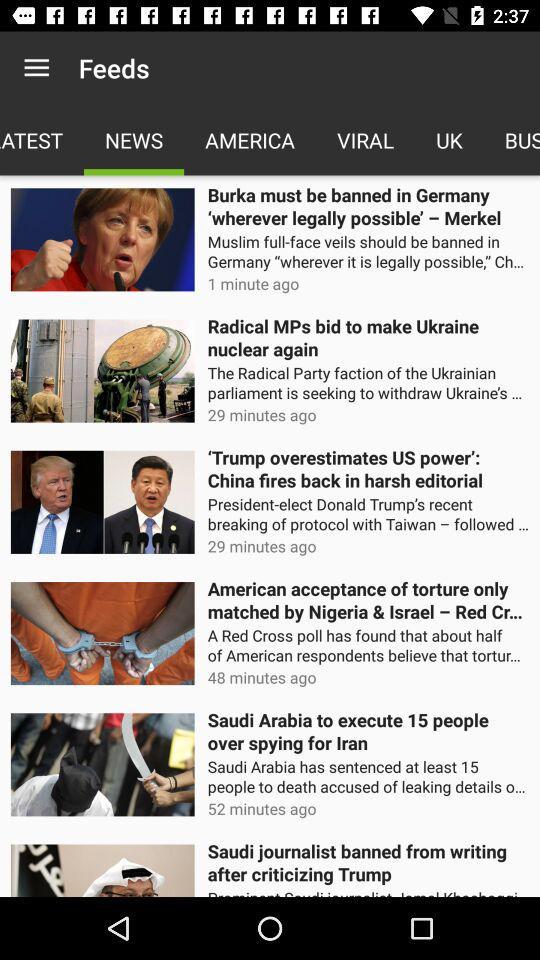 The height and width of the screenshot is (960, 540). I want to click on the latest item, so click(42, 139).